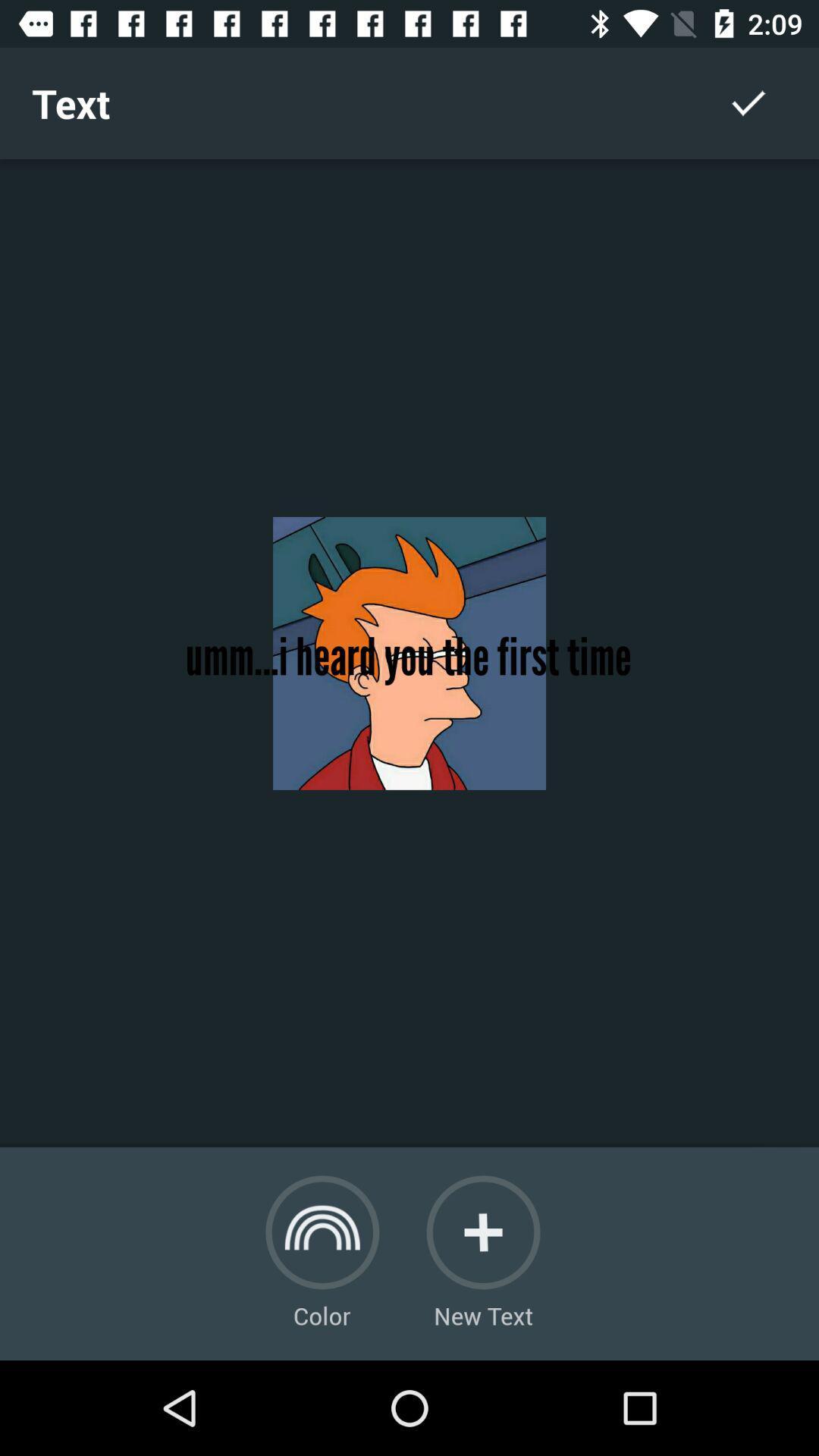  I want to click on color change option, so click(322, 1232).